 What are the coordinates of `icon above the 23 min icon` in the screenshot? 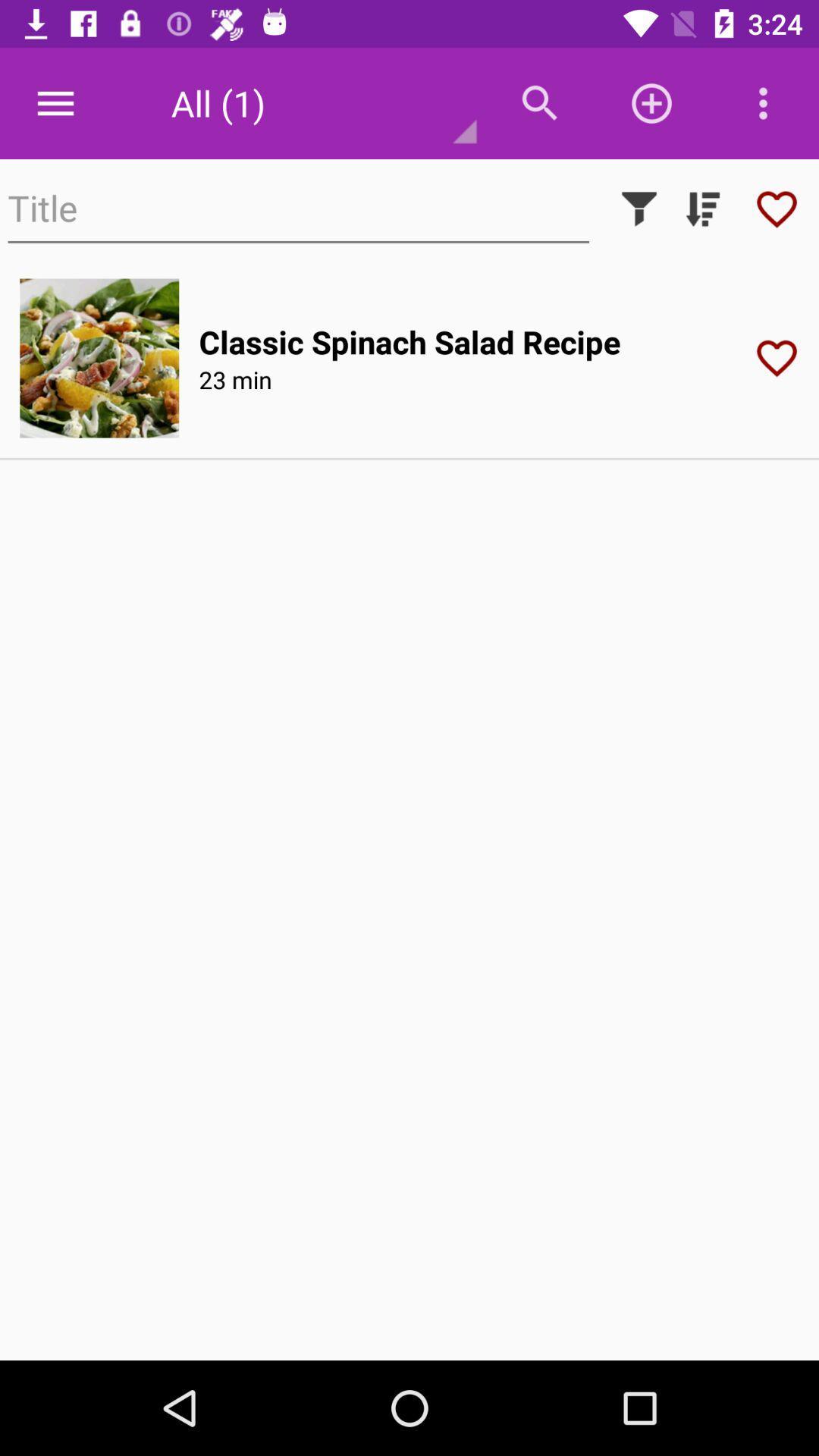 It's located at (409, 340).